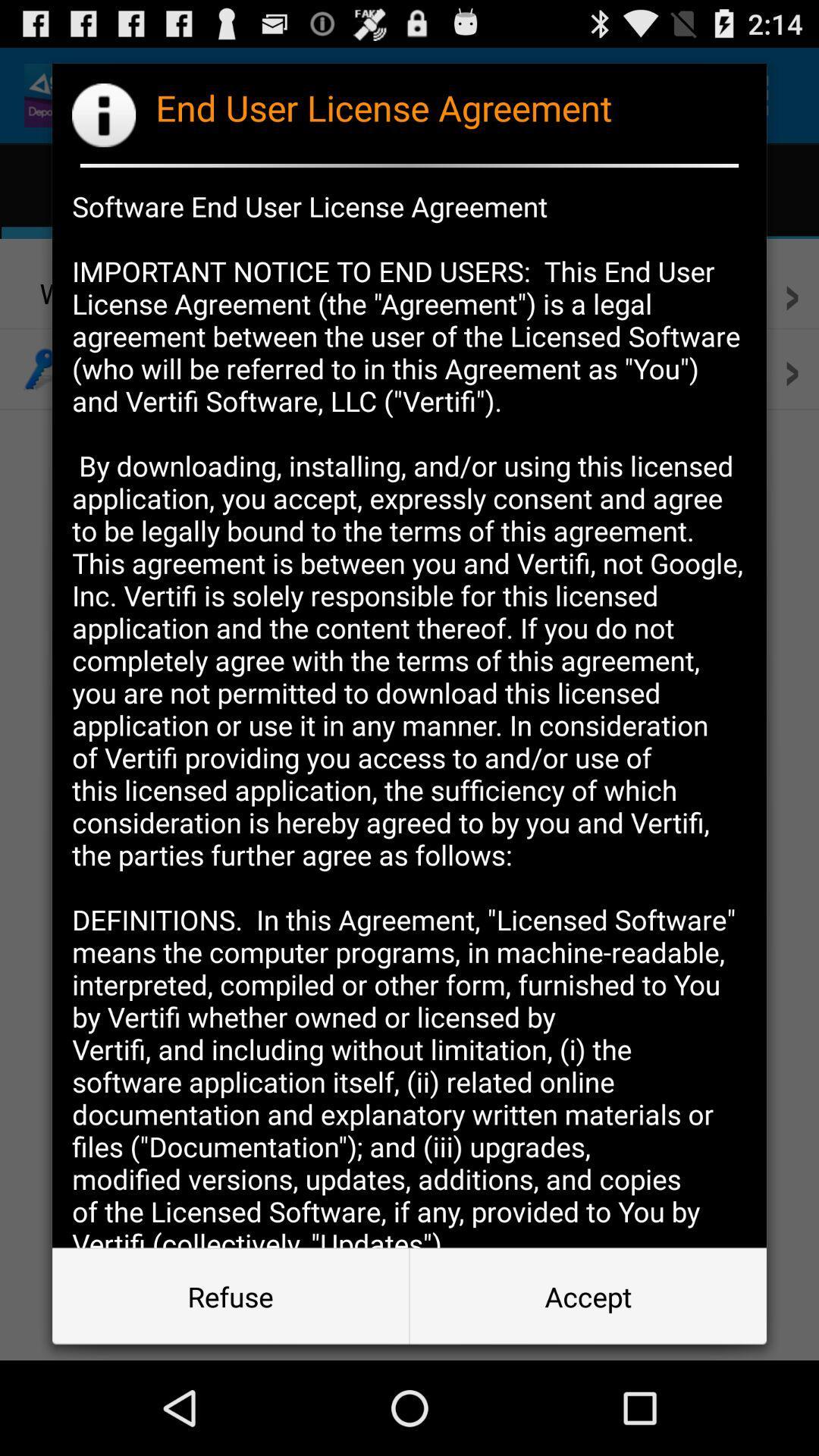 Image resolution: width=819 pixels, height=1456 pixels. Describe the element at coordinates (231, 1295) in the screenshot. I see `the item next to the accept icon` at that location.